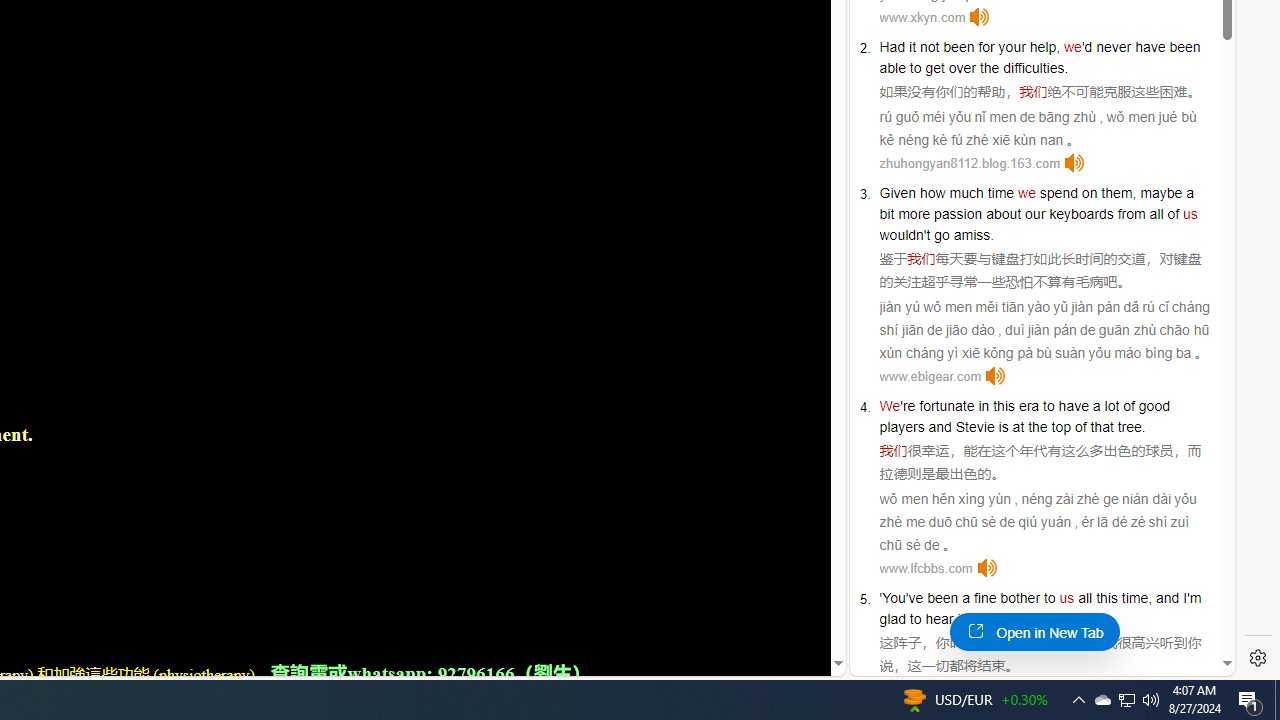 The height and width of the screenshot is (720, 1280). Describe the element at coordinates (938, 618) in the screenshot. I see `'hear'` at that location.